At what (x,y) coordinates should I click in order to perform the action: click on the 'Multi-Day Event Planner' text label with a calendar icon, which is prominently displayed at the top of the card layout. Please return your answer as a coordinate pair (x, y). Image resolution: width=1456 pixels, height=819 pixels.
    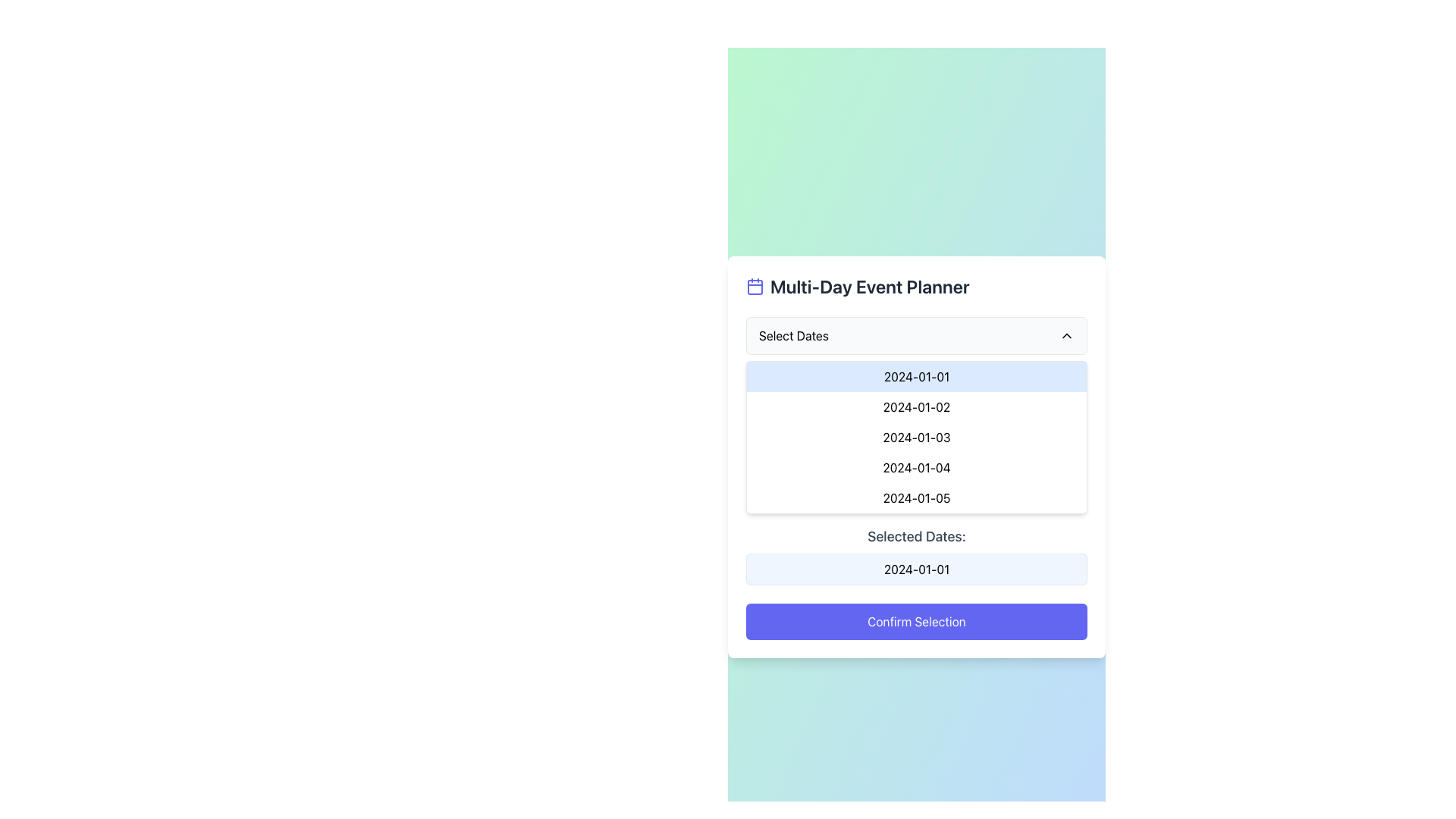
    Looking at the image, I should click on (916, 287).